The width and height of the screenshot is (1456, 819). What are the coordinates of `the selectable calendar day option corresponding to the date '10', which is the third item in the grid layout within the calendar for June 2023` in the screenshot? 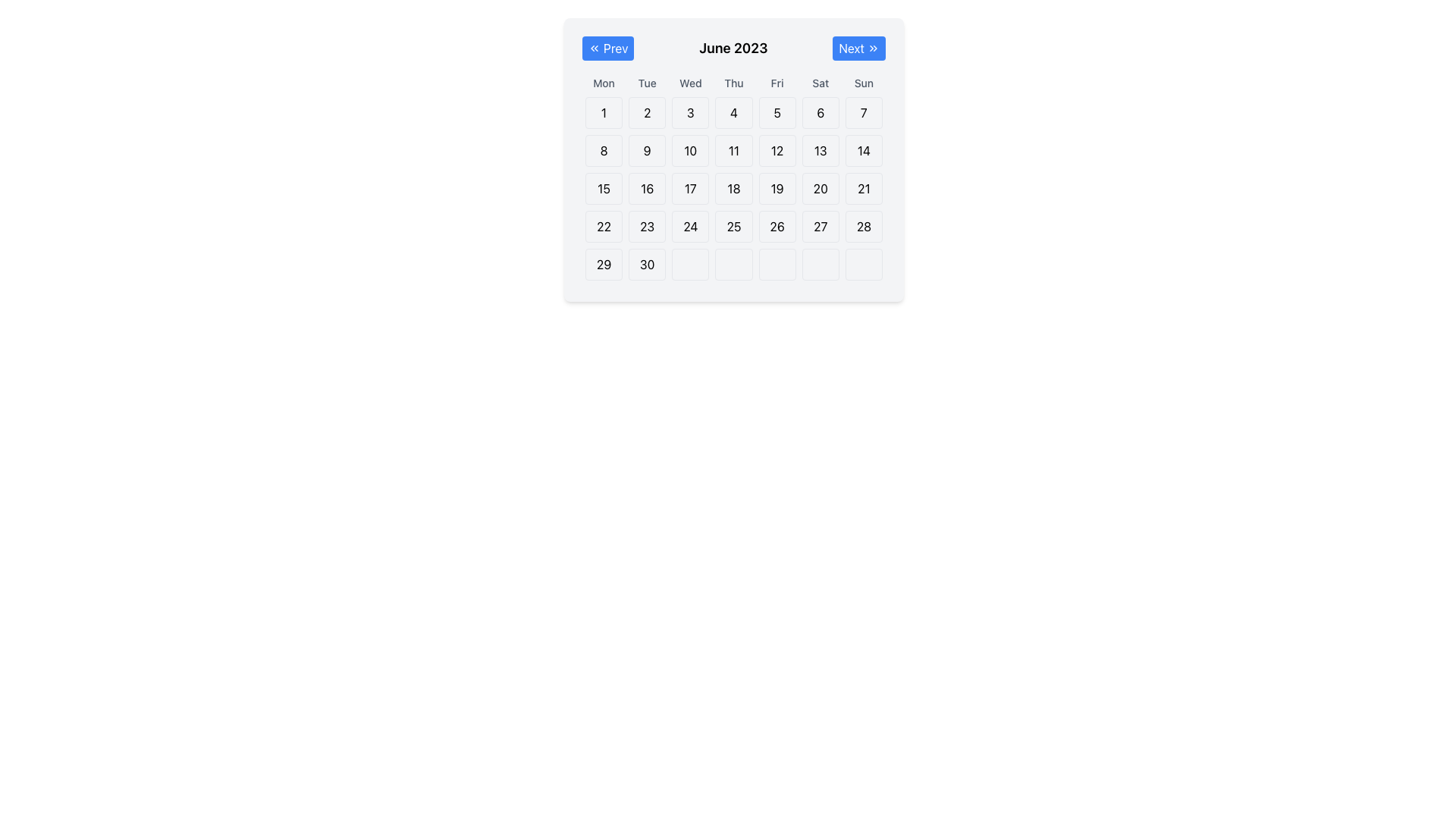 It's located at (689, 151).